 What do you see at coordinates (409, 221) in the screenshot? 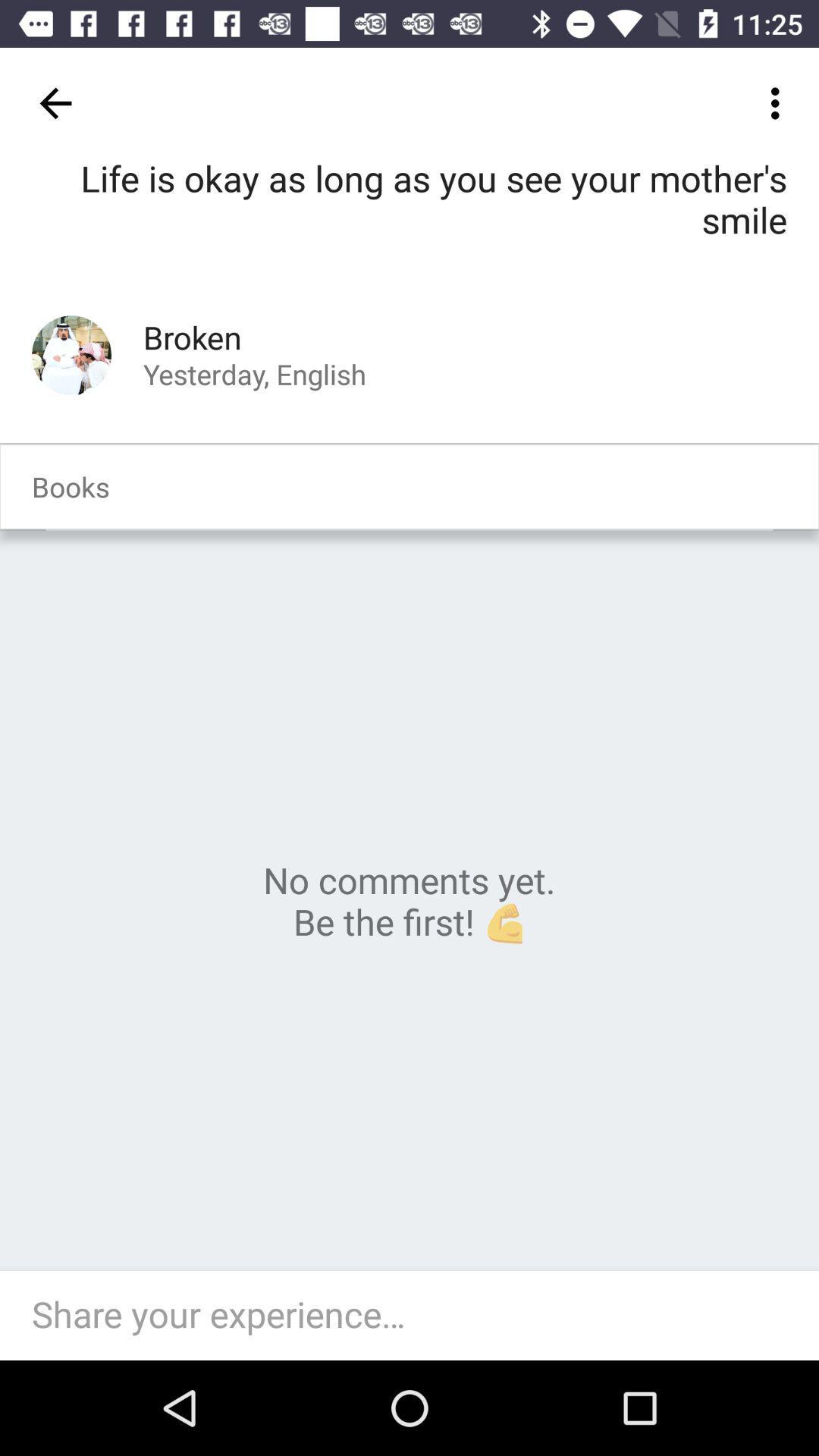
I see `life is okay` at bounding box center [409, 221].